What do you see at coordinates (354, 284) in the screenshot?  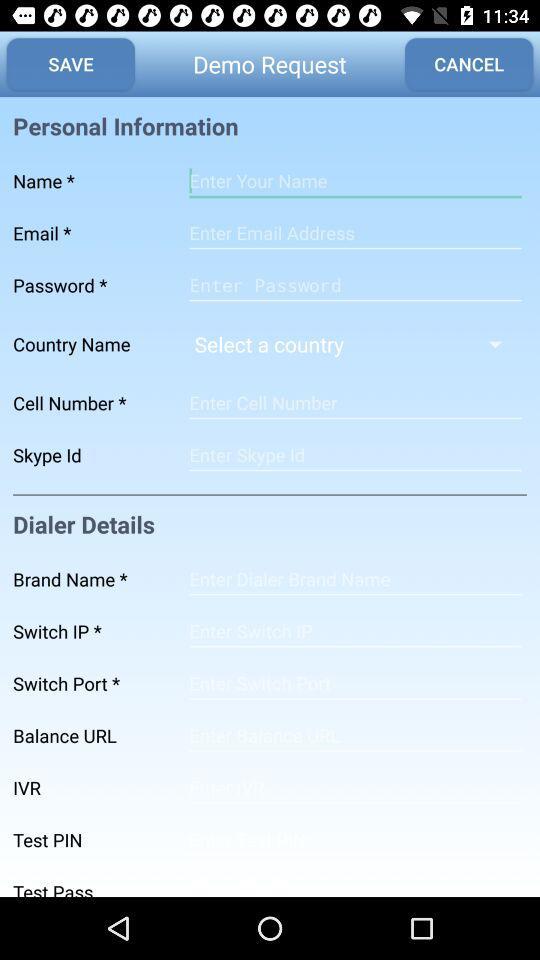 I see `new pega` at bounding box center [354, 284].